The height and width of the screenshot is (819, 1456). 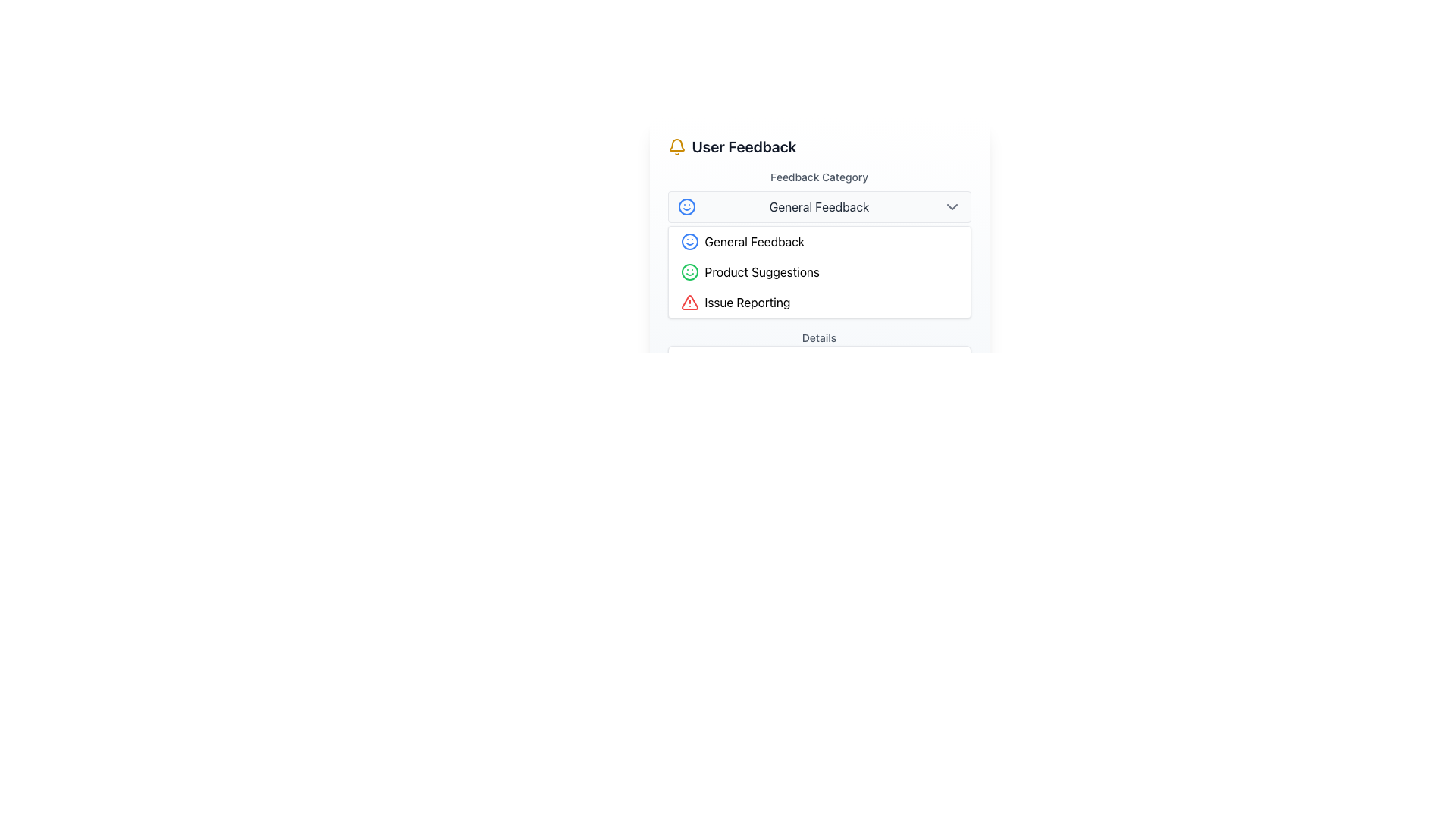 I want to click on an option from the 'Feedback Category' dropdown list to categorize feedback, so click(x=818, y=271).